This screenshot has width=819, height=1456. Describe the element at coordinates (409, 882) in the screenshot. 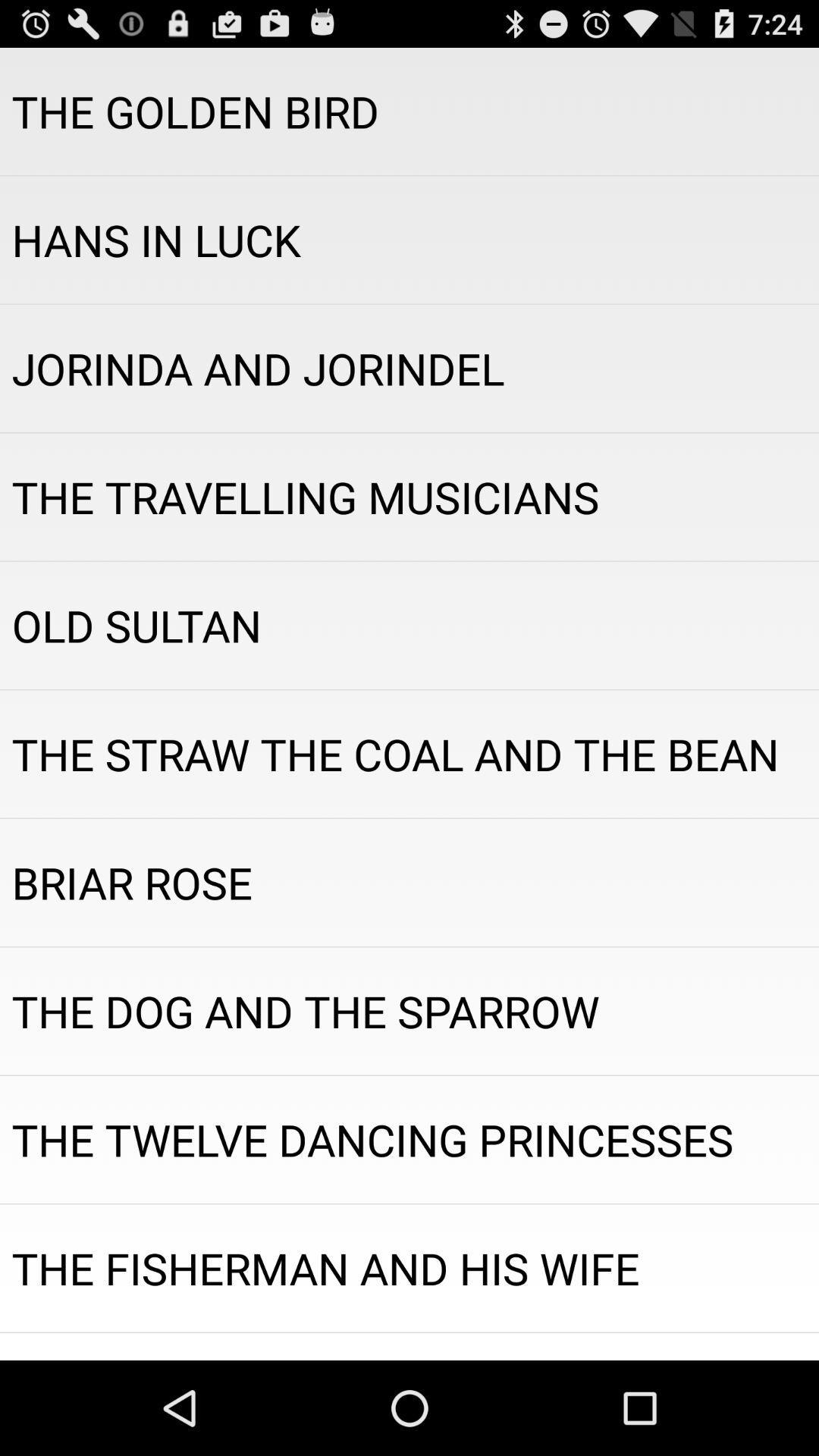

I see `the item above the dog and app` at that location.